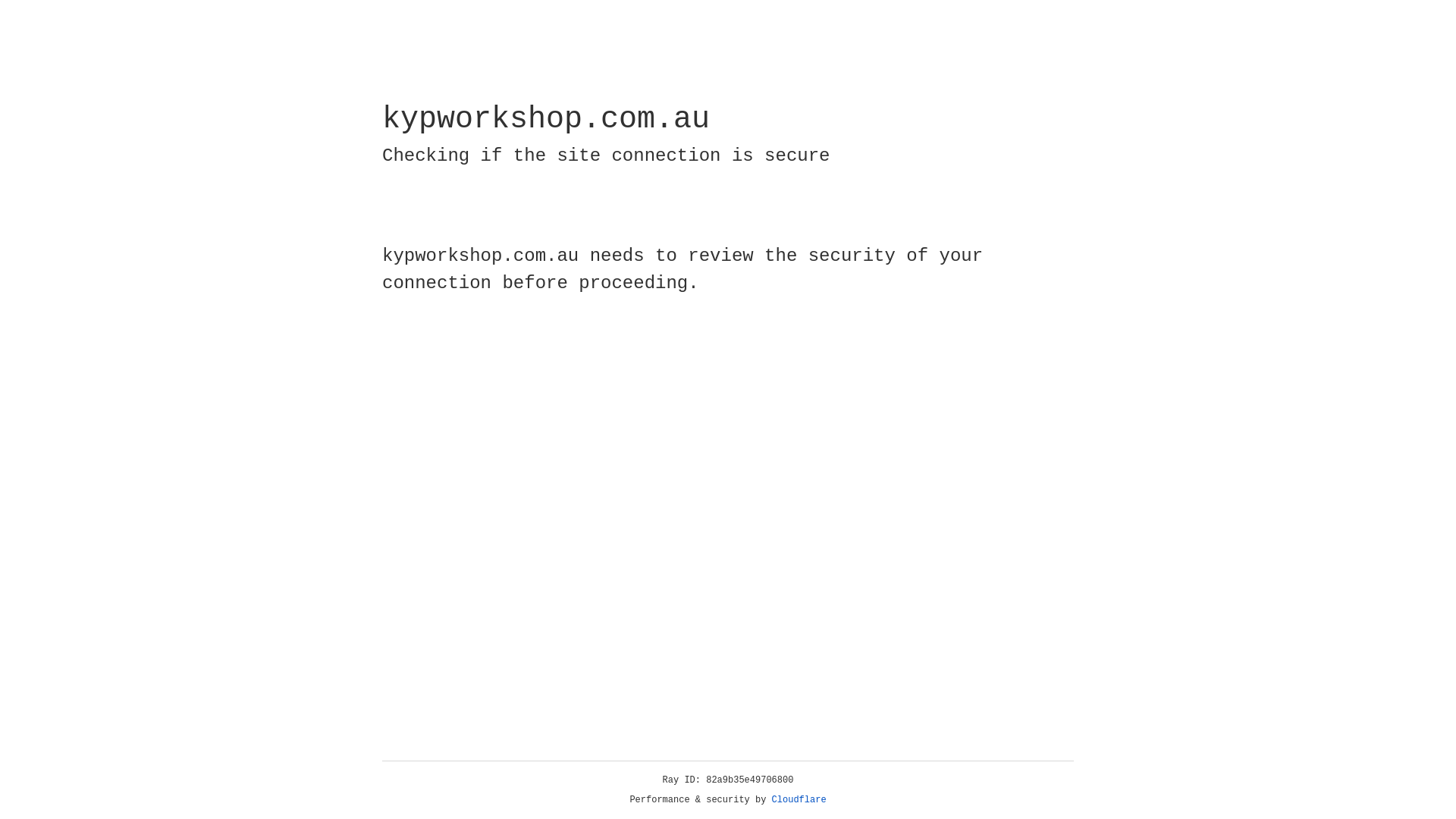 The height and width of the screenshot is (819, 1456). Describe the element at coordinates (799, 799) in the screenshot. I see `'Cloudflare'` at that location.